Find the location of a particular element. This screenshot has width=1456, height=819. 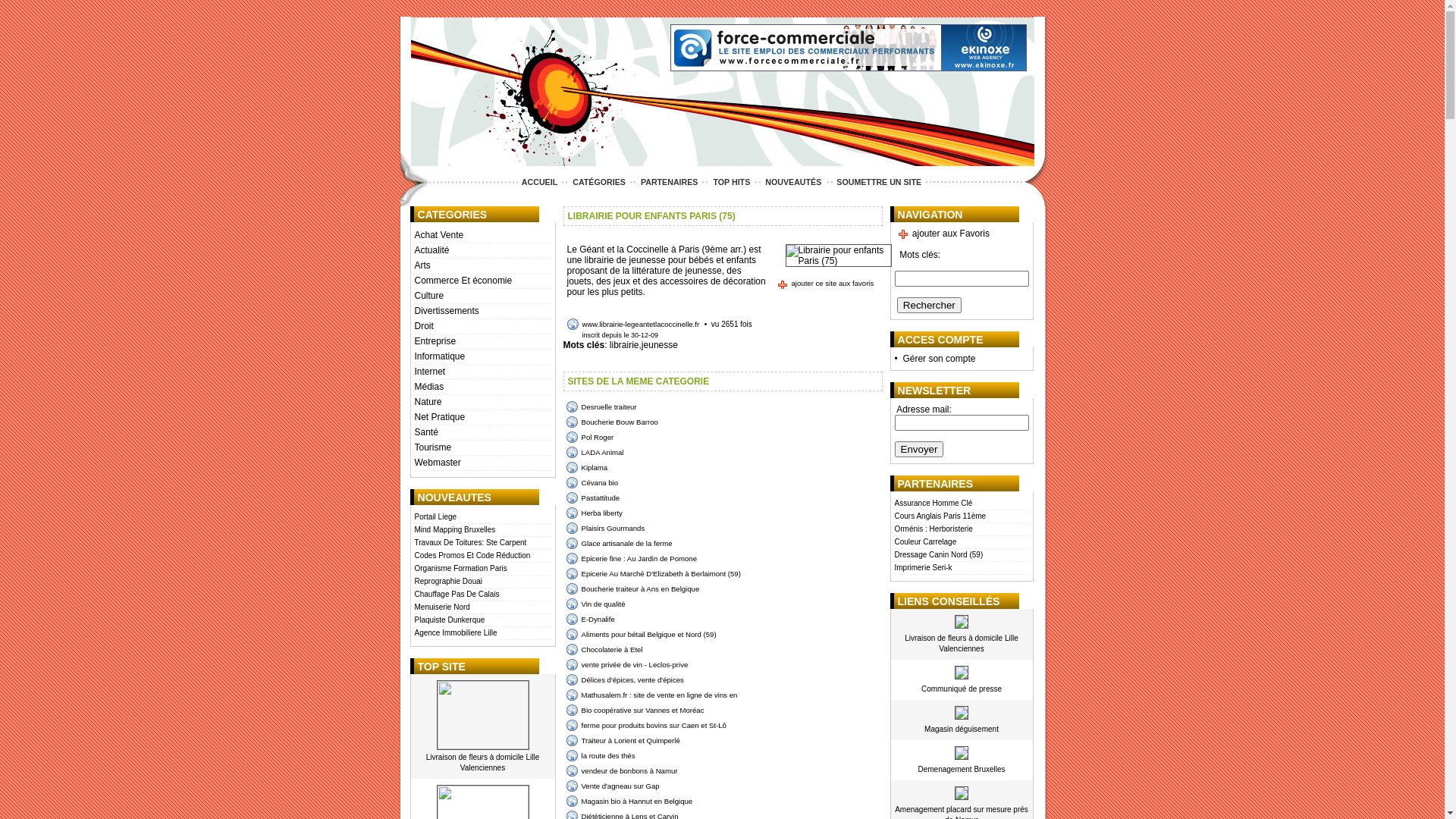

'Kiplama' is located at coordinates (564, 466).